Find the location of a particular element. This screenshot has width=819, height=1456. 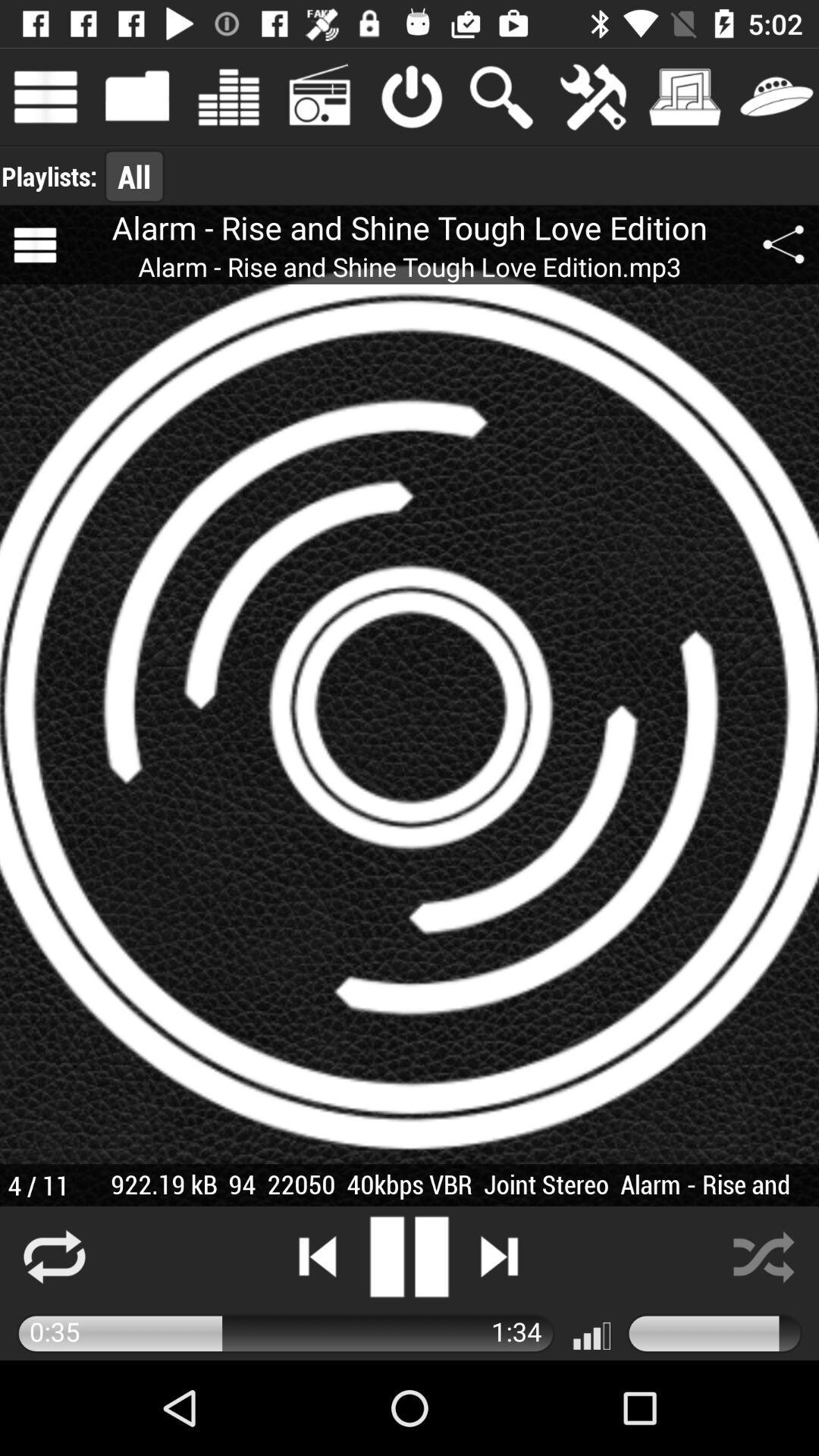

the skip_next icon is located at coordinates (500, 1257).